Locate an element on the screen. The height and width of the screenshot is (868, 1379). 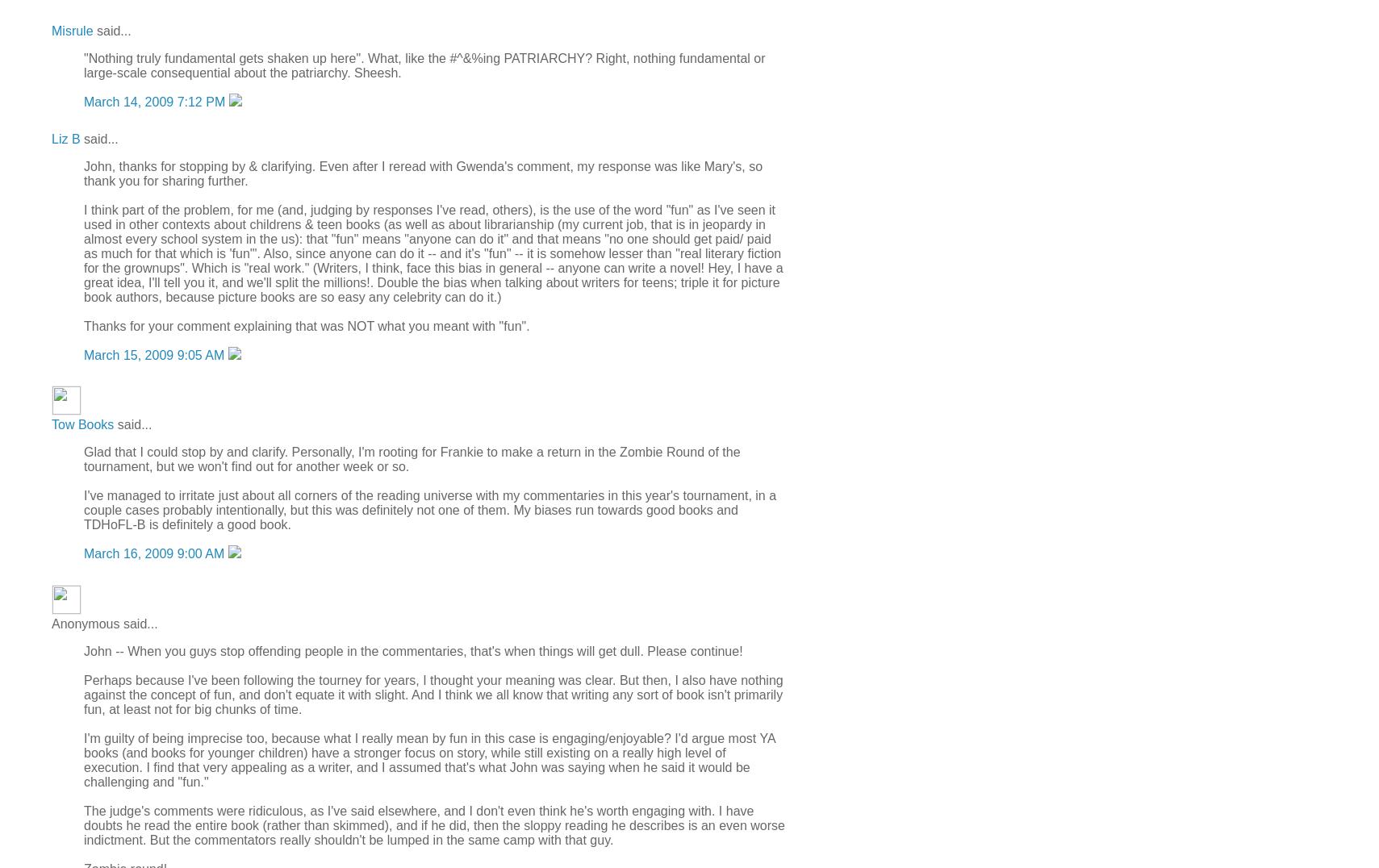
'"Nothing truly fundamental gets shaken up here". What, like the #^&%ing PATRIARCHY? Right, nothing fundamental or large-scale consequential about the patriarchy. Sheesh.' is located at coordinates (83, 65).